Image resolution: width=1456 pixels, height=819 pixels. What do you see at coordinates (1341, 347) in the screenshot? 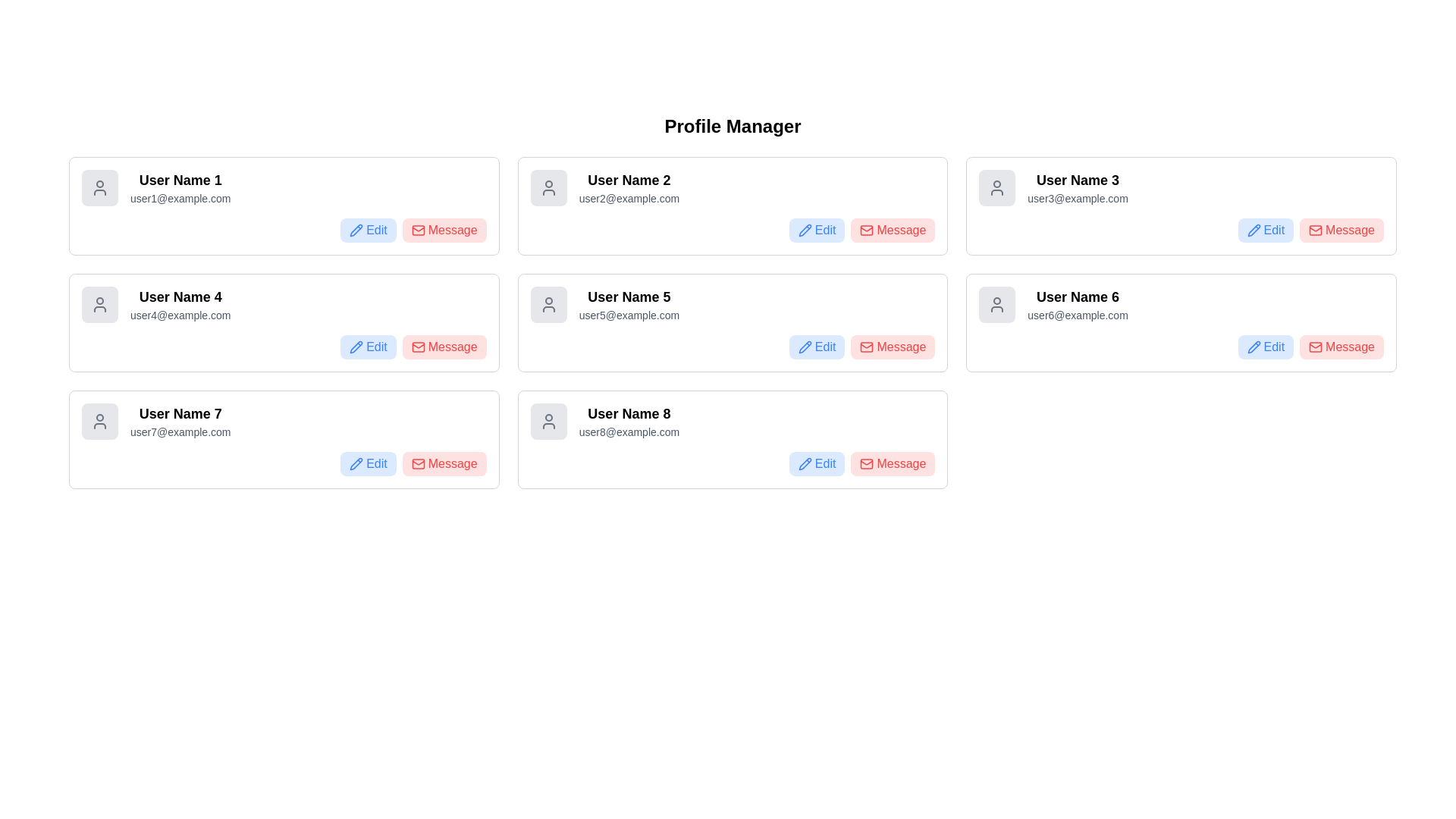
I see `the interactive button to initiate a message interaction with 'User Name 6', located in the user profile section to the right of the 'Edit' button and below the 'Message' button for 'User Name 3'` at bounding box center [1341, 347].